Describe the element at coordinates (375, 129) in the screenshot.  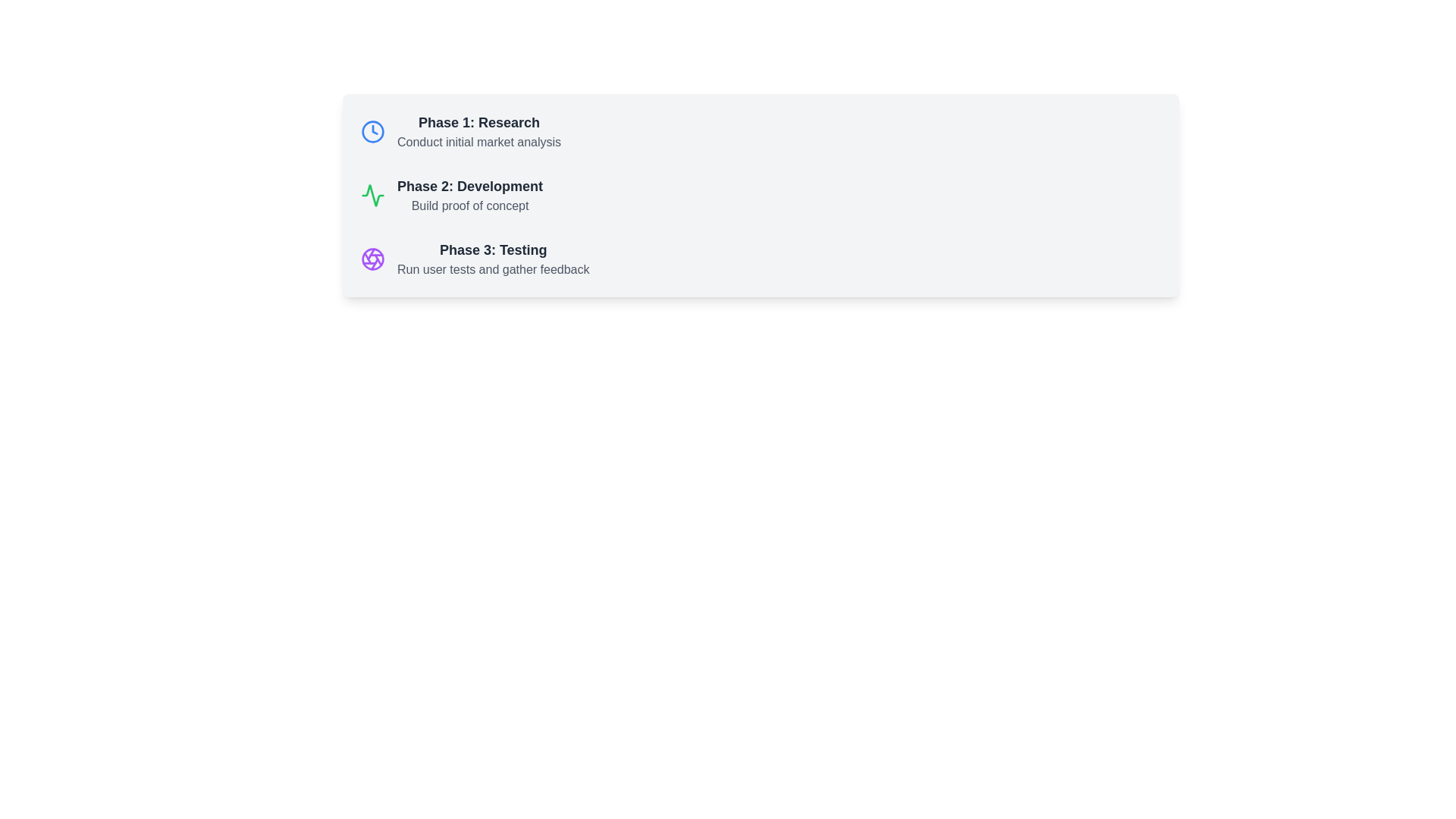
I see `central clock hand of the SVG-based clock icon located to the left of the 'Phase 1: Research' text` at that location.